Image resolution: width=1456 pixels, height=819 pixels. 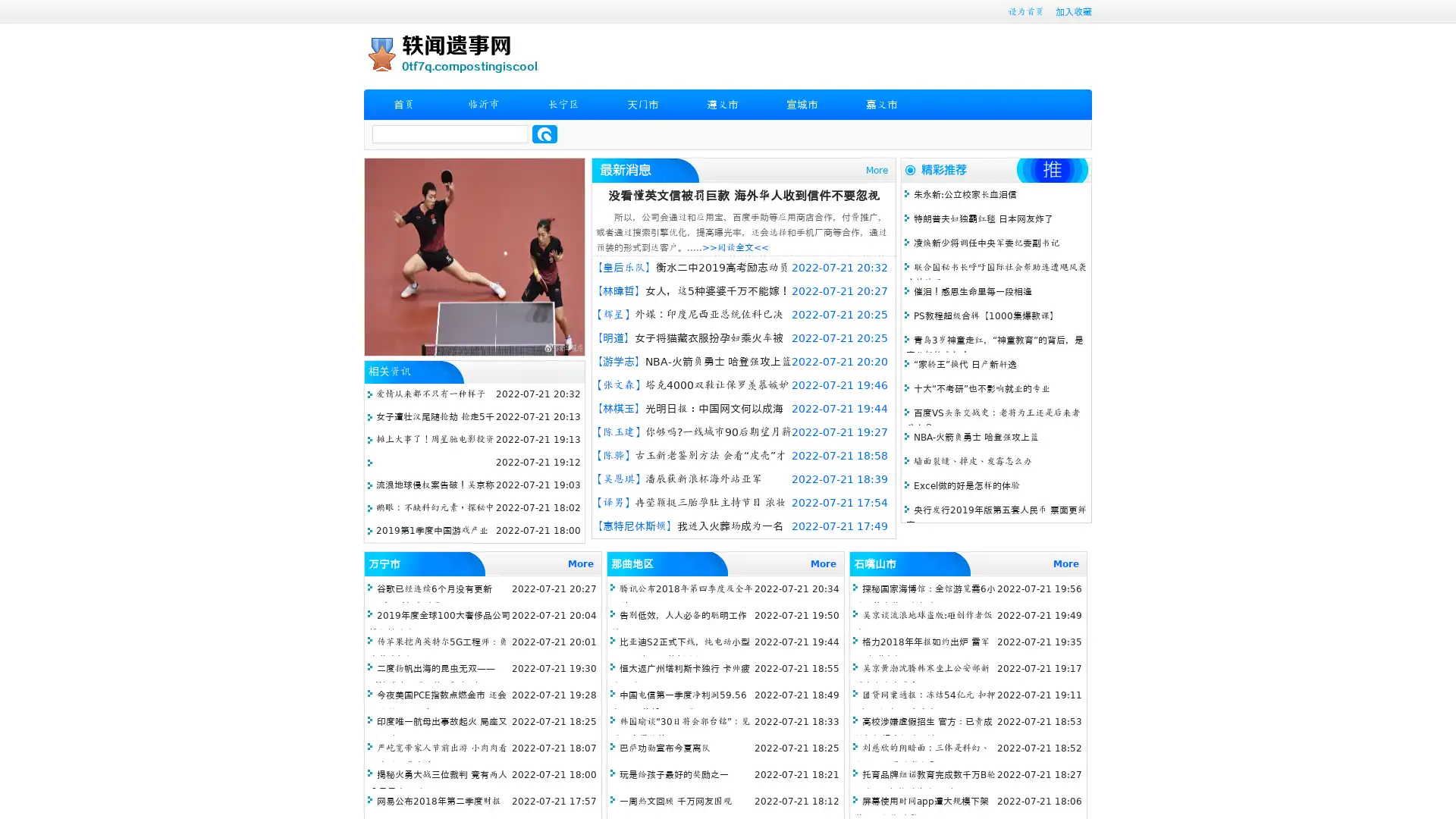 I want to click on Search, so click(x=544, y=133).